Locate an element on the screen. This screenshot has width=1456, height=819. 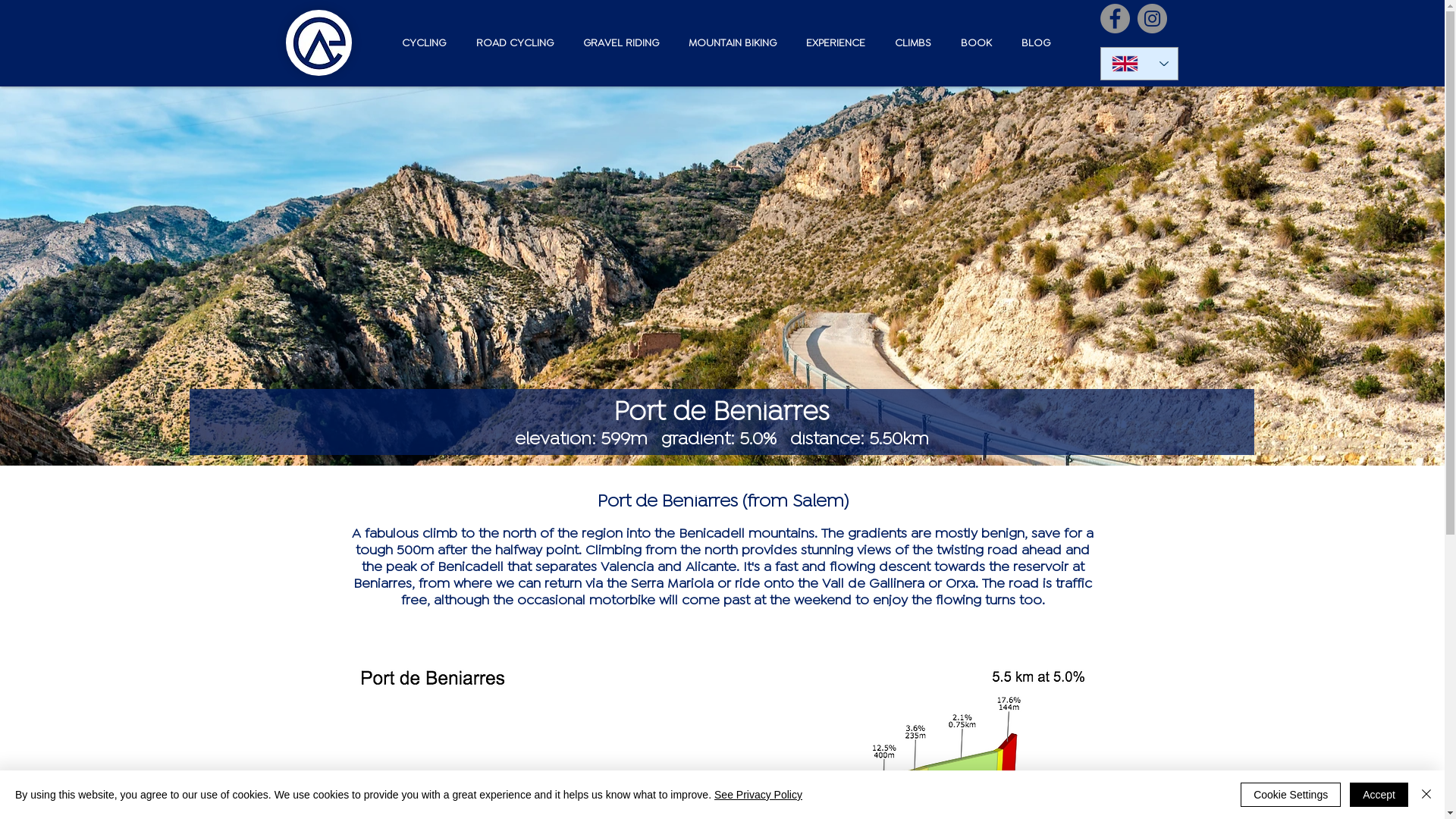
'CYCLING' is located at coordinates (419, 42).